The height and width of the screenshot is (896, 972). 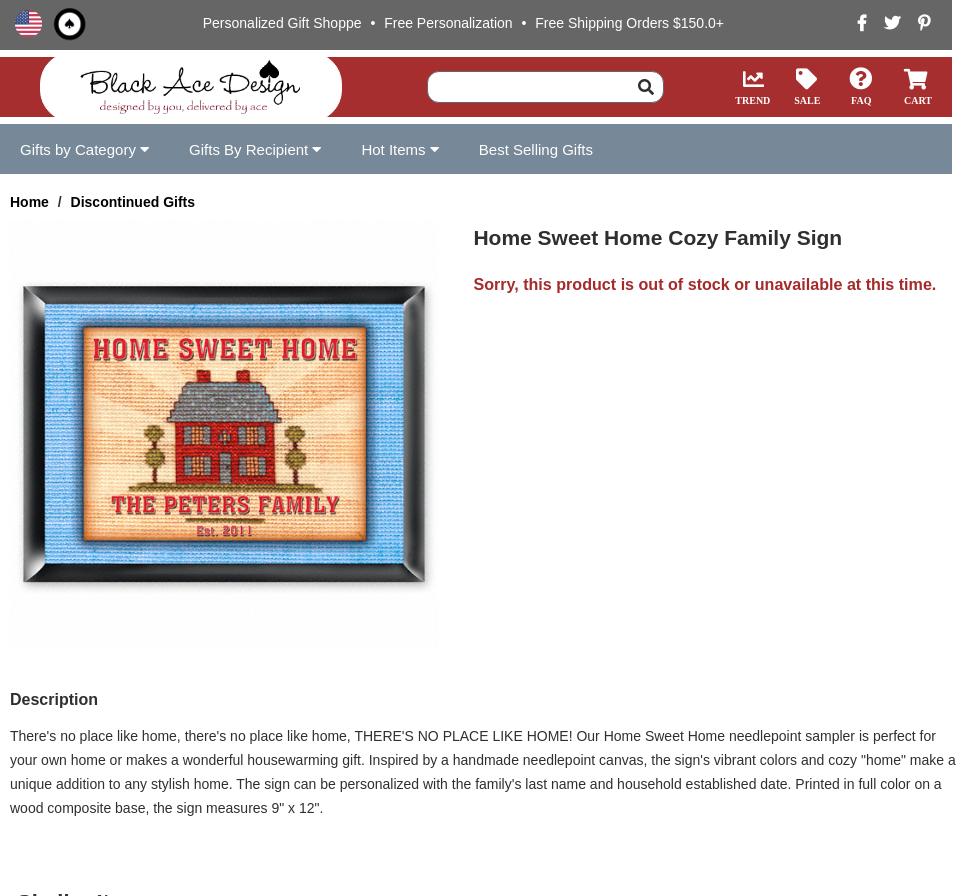 I want to click on 'CART', so click(x=903, y=99).